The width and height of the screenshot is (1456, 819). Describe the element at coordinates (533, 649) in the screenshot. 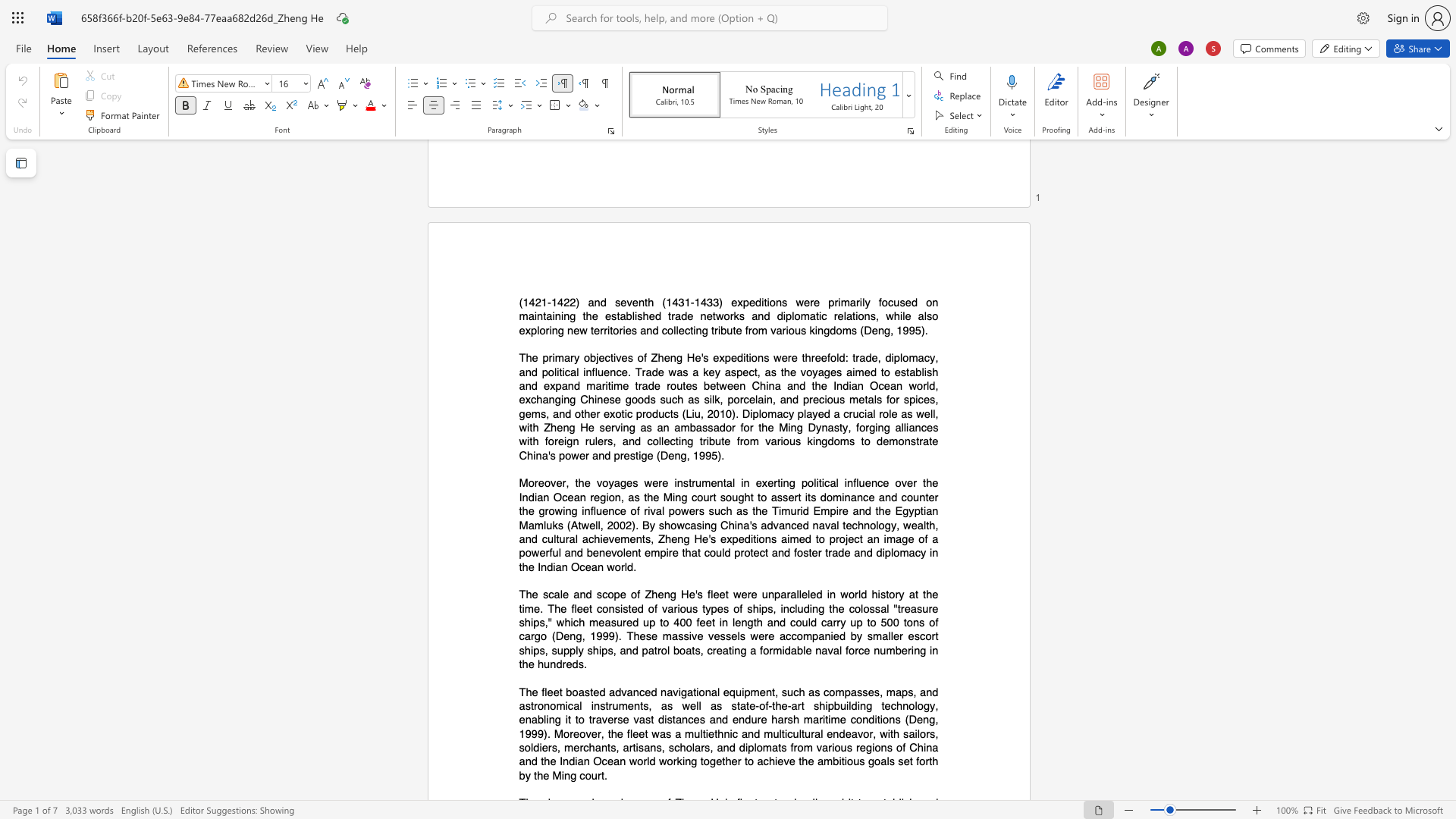

I see `the subset text "ps, supply ships, and patrol" within the text "of ships, including the colossal"` at that location.